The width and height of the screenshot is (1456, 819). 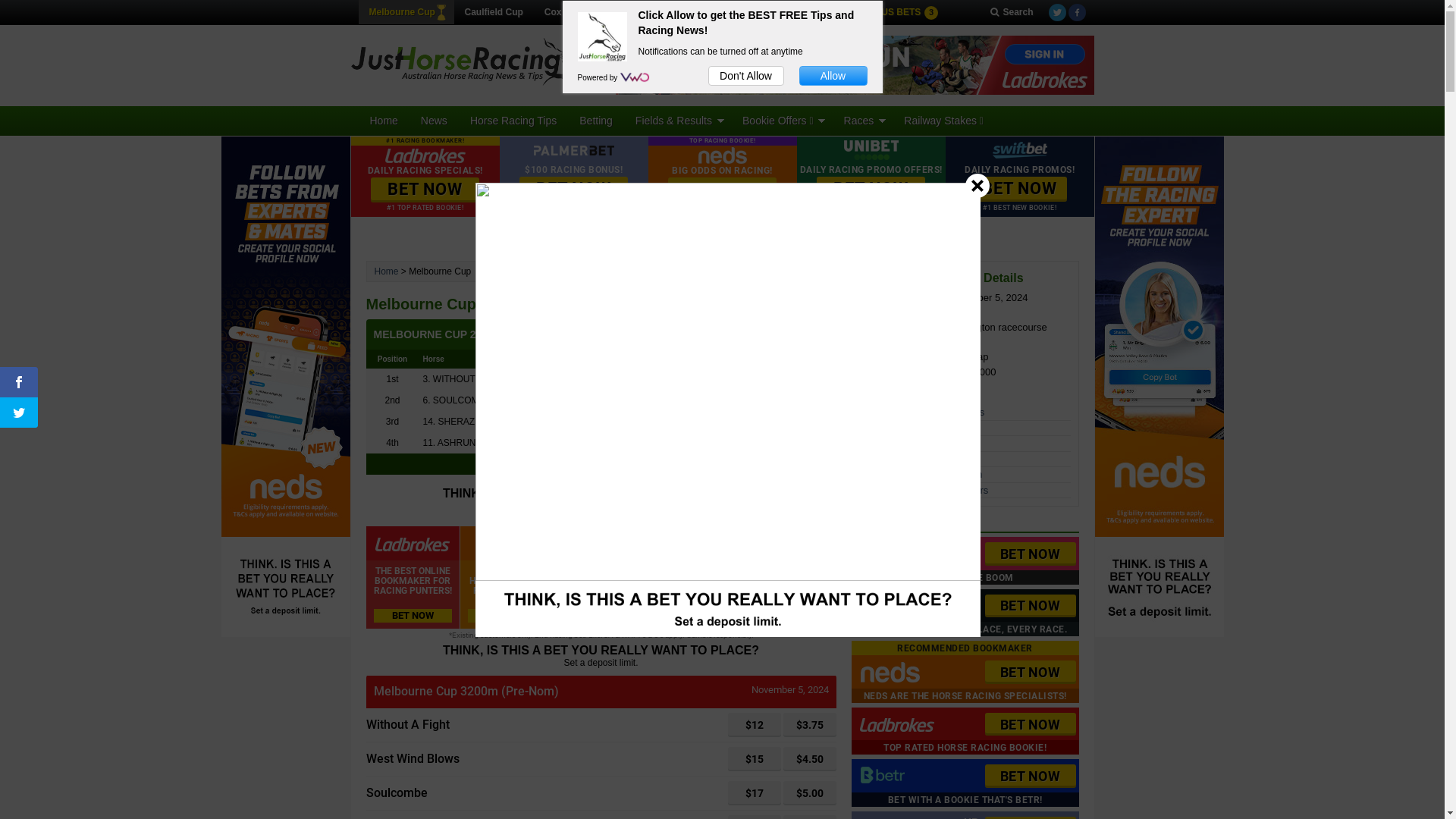 I want to click on 'Fields & Results', so click(x=623, y=119).